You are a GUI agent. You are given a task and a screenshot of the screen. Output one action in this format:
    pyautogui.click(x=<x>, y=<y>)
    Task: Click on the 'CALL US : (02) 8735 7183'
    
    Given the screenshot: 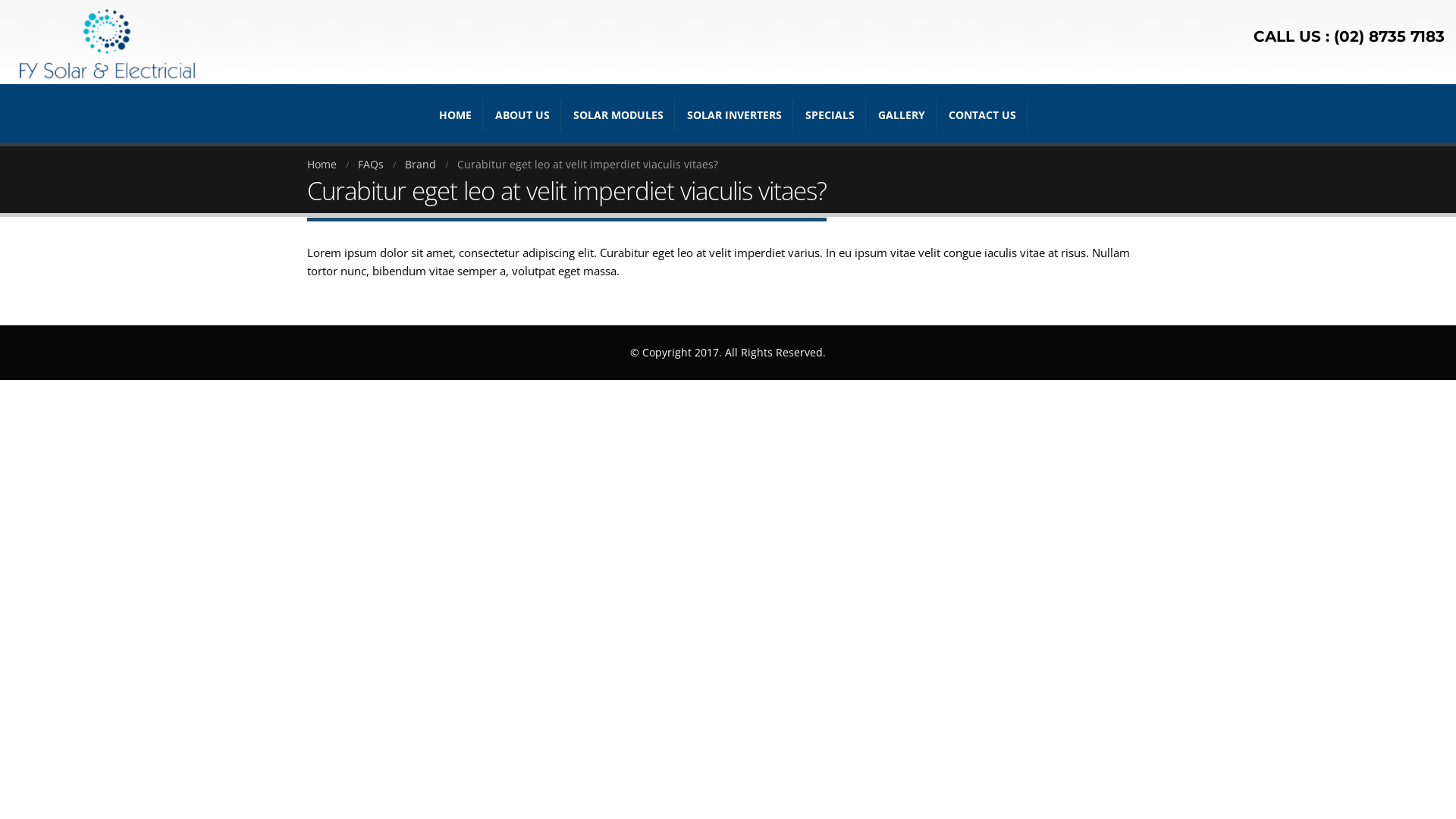 What is the action you would take?
    pyautogui.click(x=1349, y=36)
    